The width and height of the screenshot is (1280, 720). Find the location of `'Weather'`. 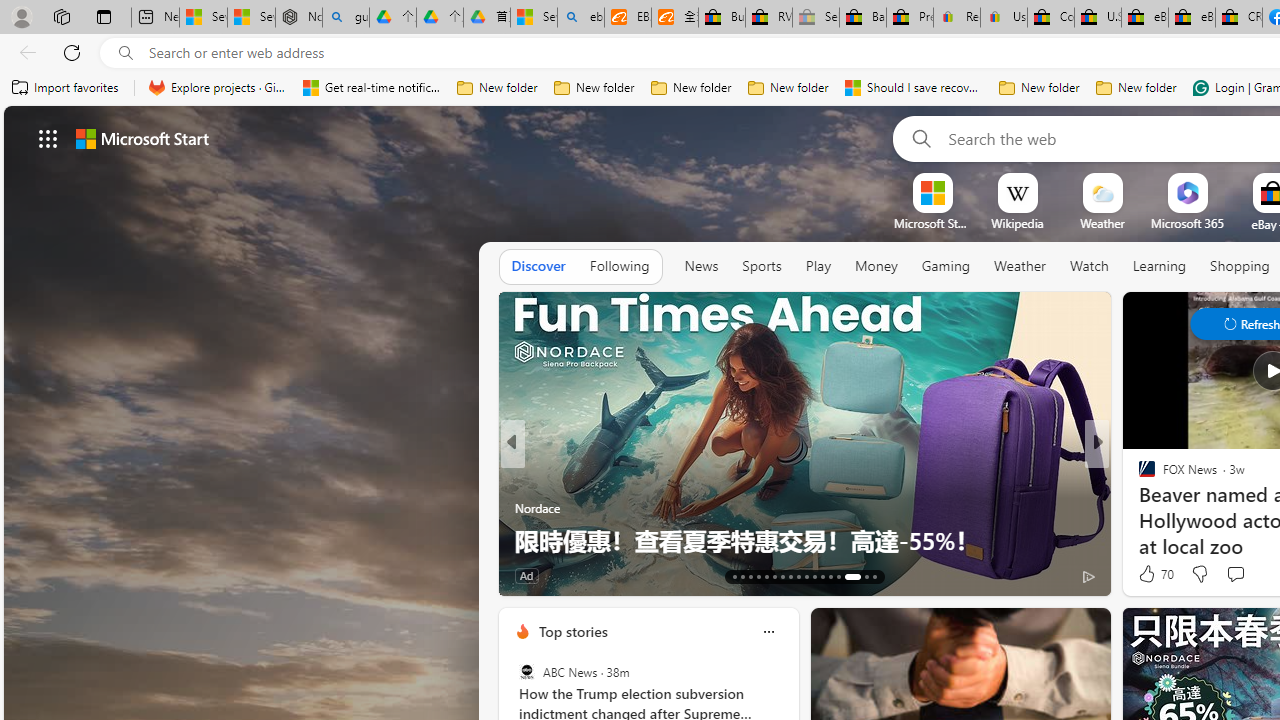

'Weather' is located at coordinates (1020, 266).